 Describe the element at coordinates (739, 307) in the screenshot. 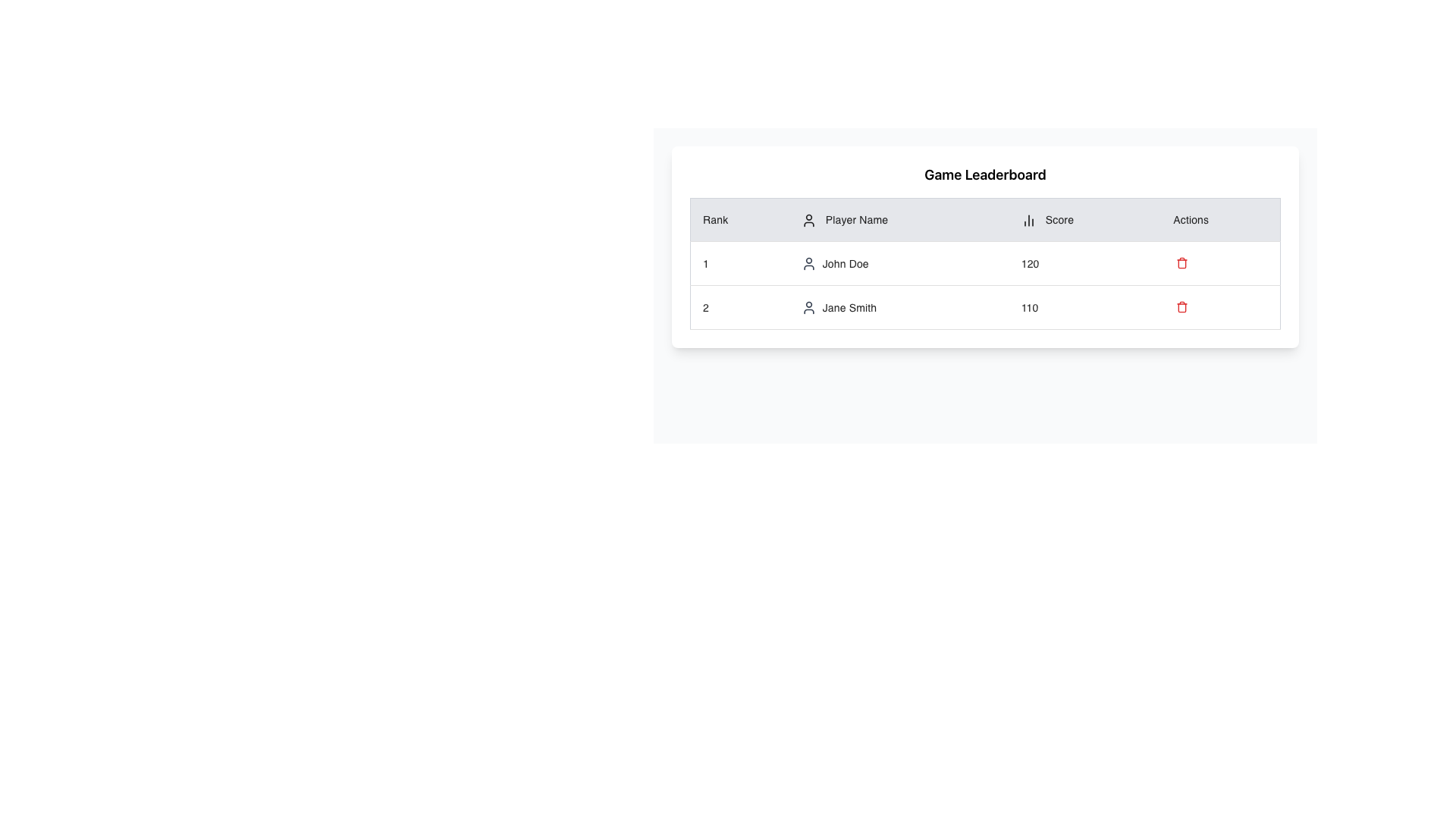

I see `the static textual table cell displaying the number '2' in the 'Rank' column of the leaderboard interface` at that location.